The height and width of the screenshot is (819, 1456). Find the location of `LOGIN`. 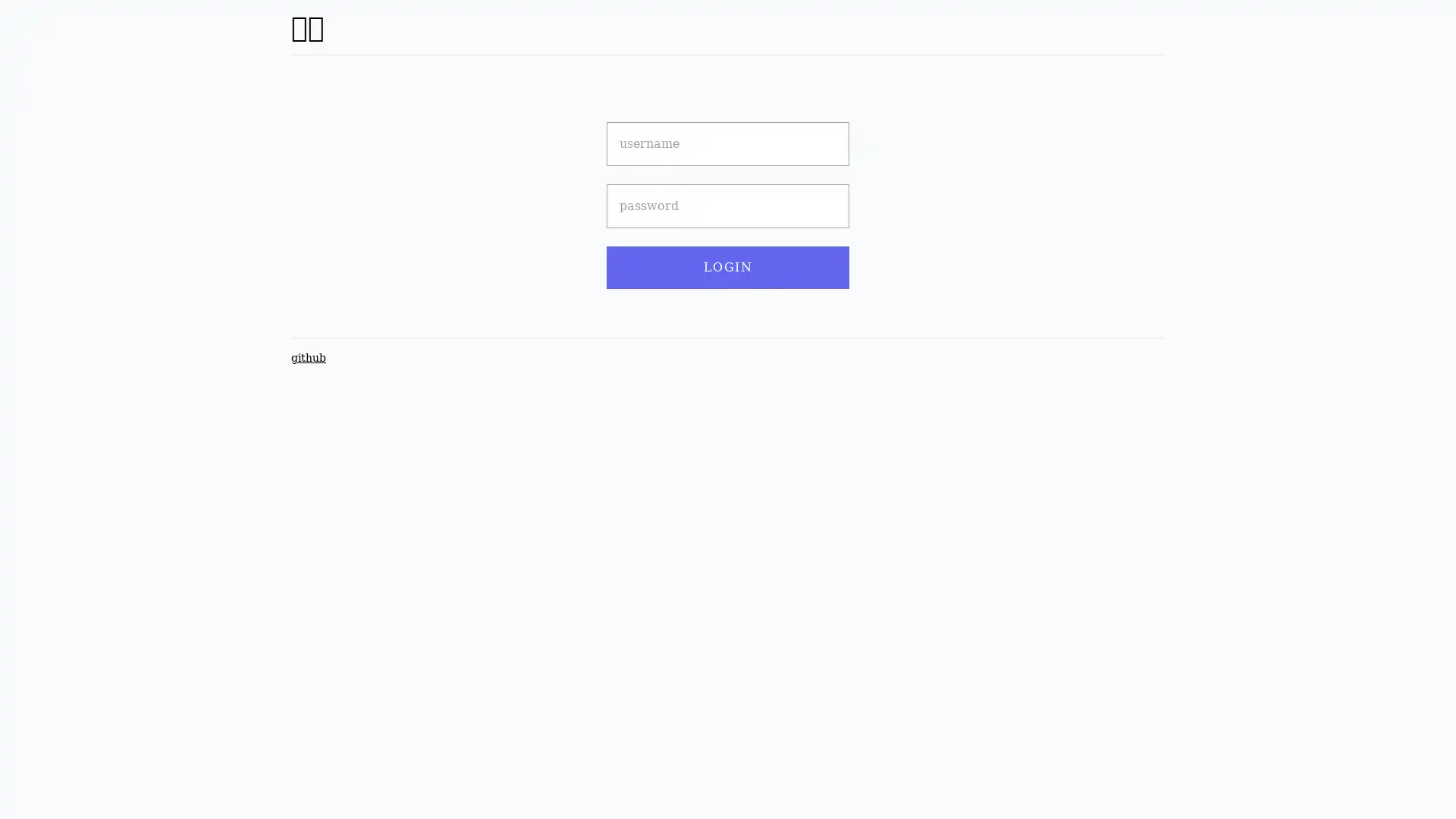

LOGIN is located at coordinates (728, 267).